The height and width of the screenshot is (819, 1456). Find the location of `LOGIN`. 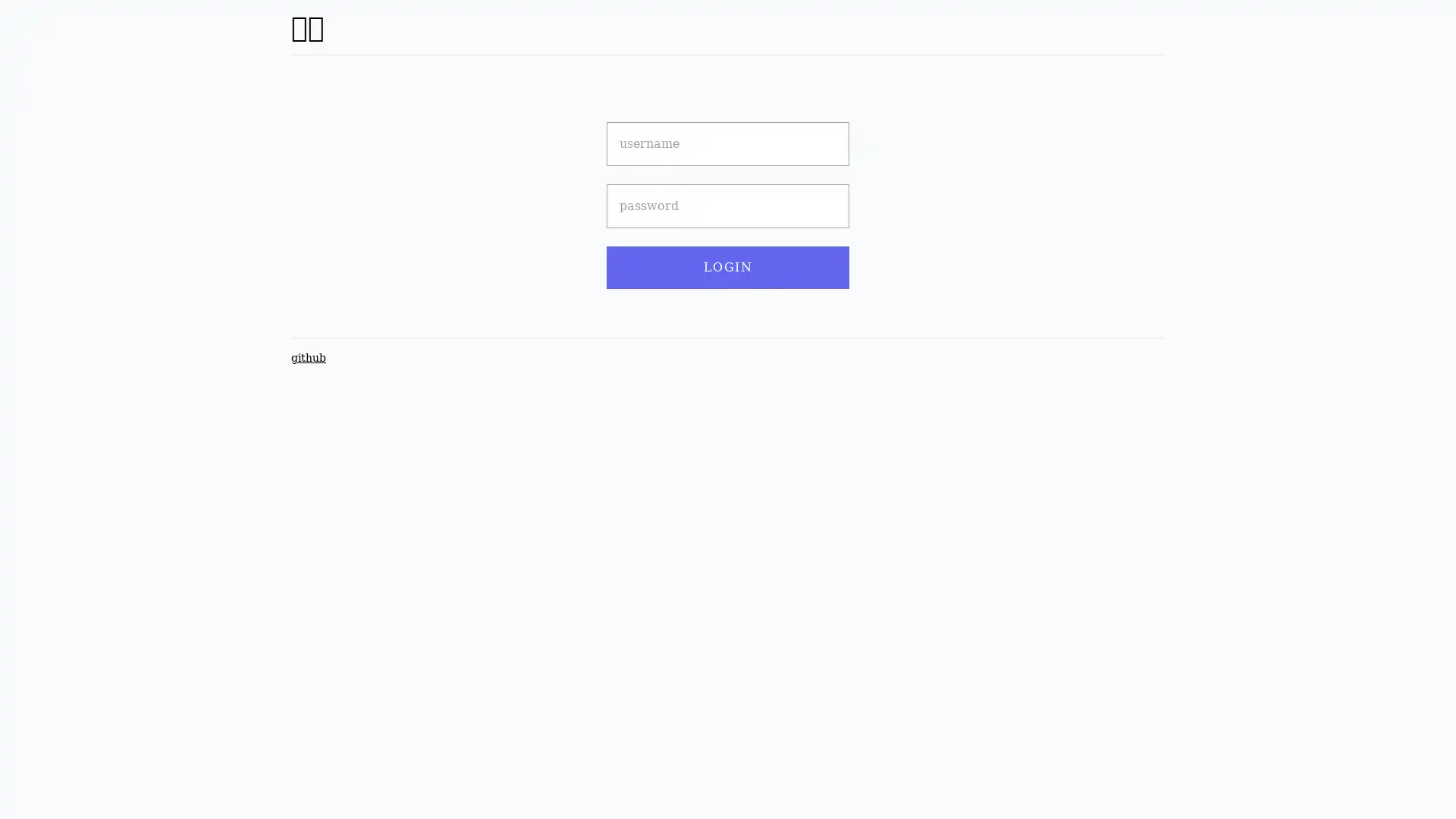

LOGIN is located at coordinates (728, 267).